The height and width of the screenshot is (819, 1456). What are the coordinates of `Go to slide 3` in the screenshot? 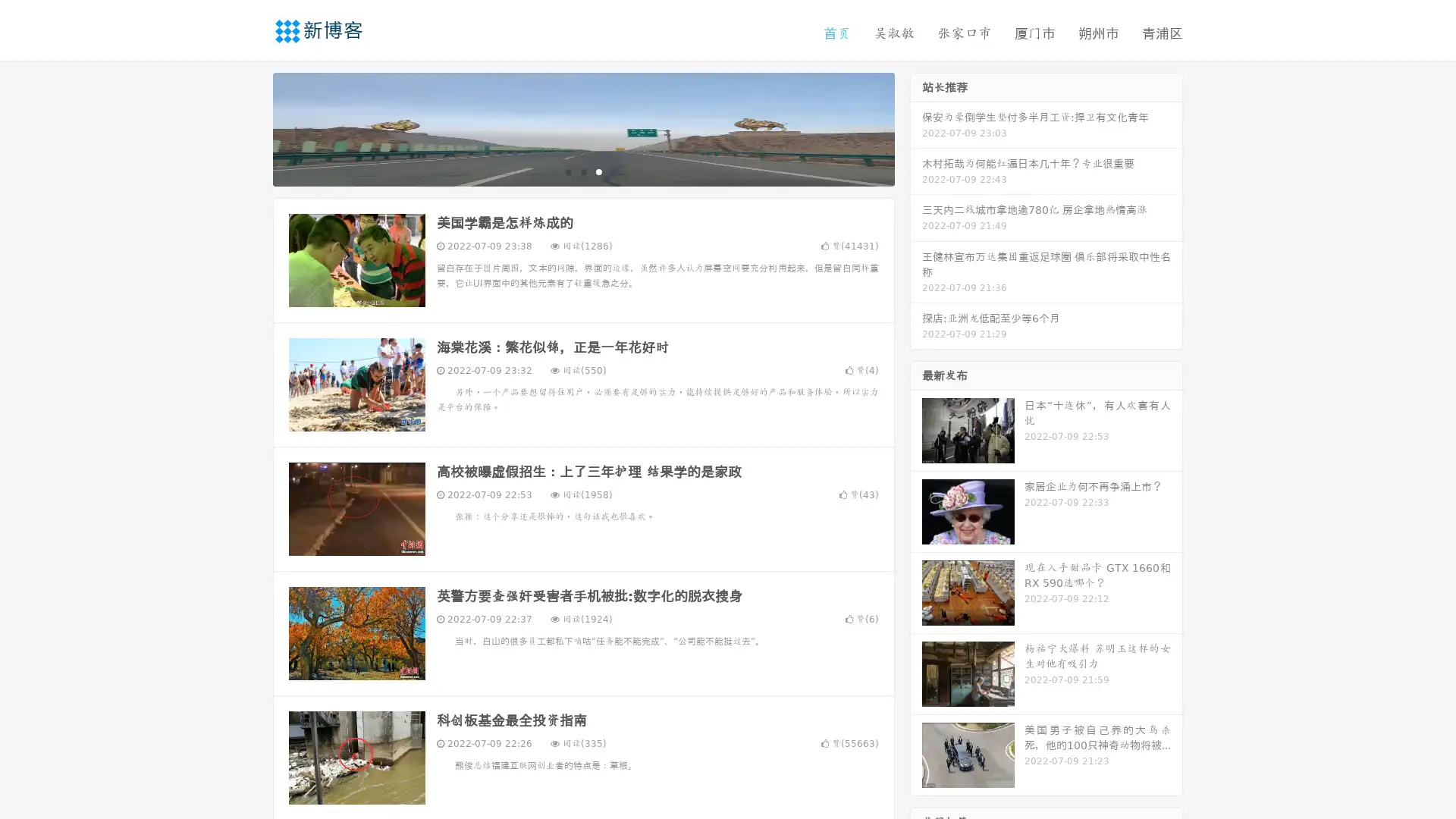 It's located at (598, 171).